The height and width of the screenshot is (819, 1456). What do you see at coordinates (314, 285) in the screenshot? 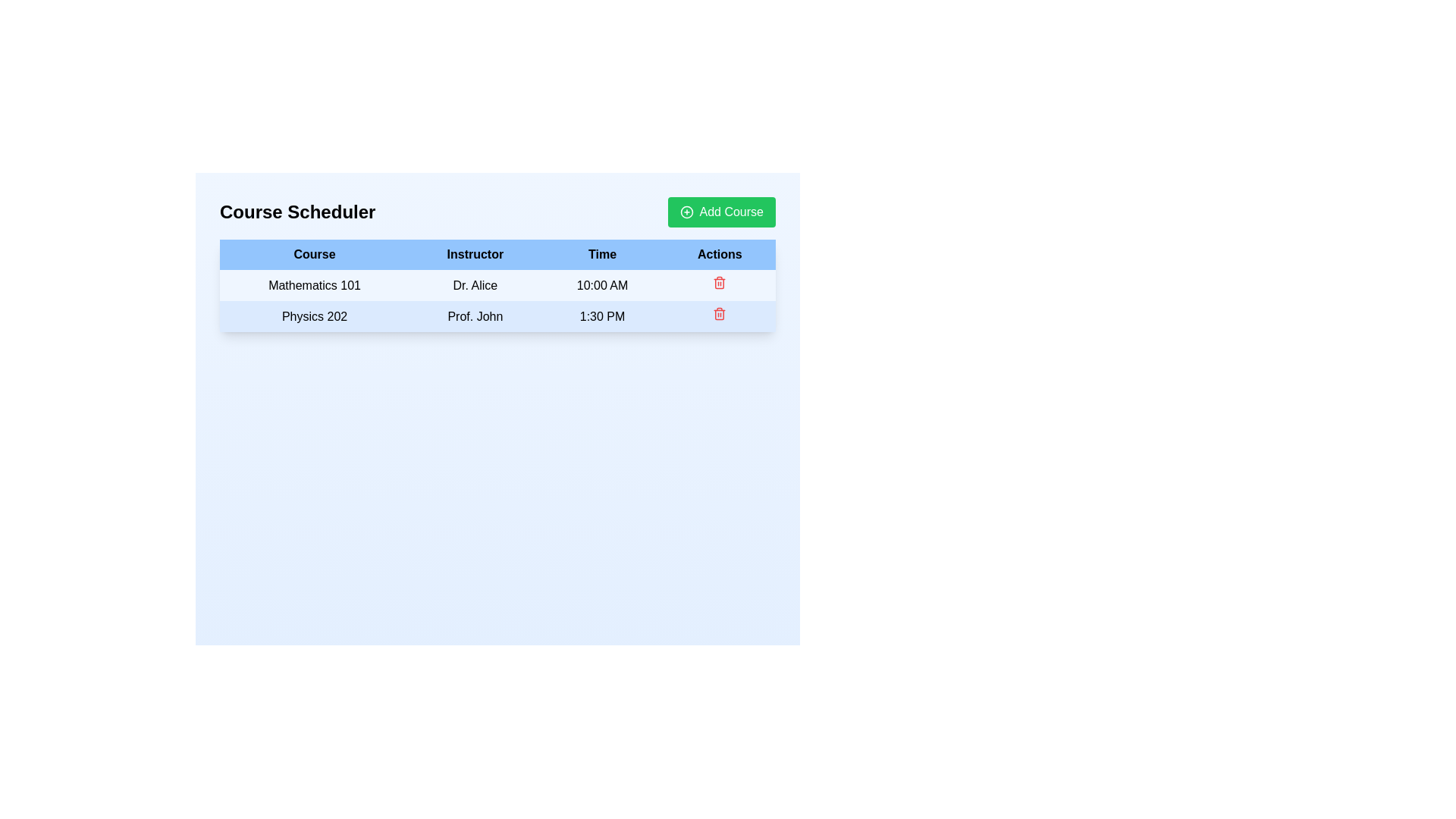
I see `the text component displaying 'Mathematics 101' in the 'Course' column of the Course Scheduler table` at bounding box center [314, 285].